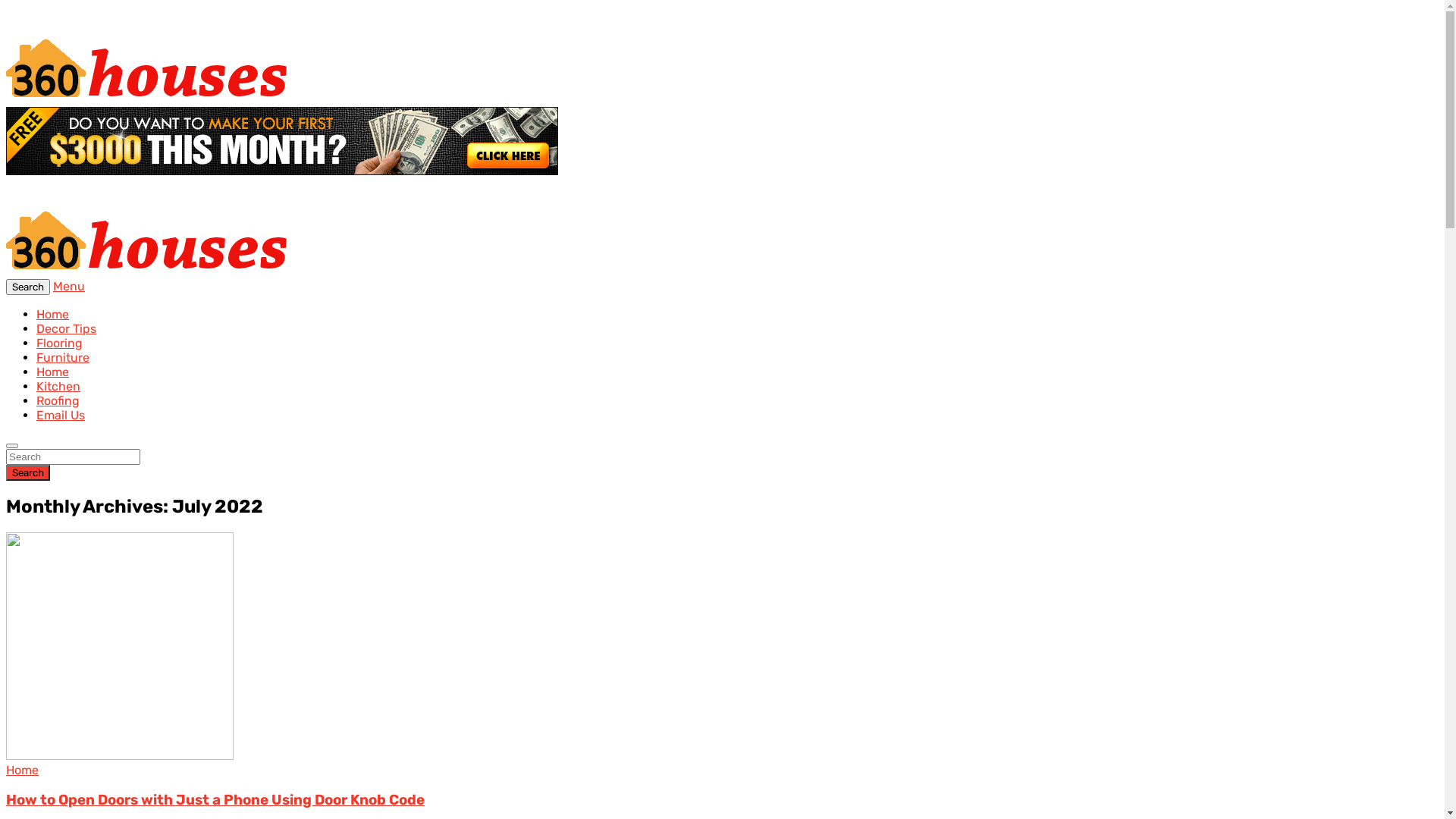 Image resolution: width=1456 pixels, height=819 pixels. What do you see at coordinates (36, 372) in the screenshot?
I see `'Home'` at bounding box center [36, 372].